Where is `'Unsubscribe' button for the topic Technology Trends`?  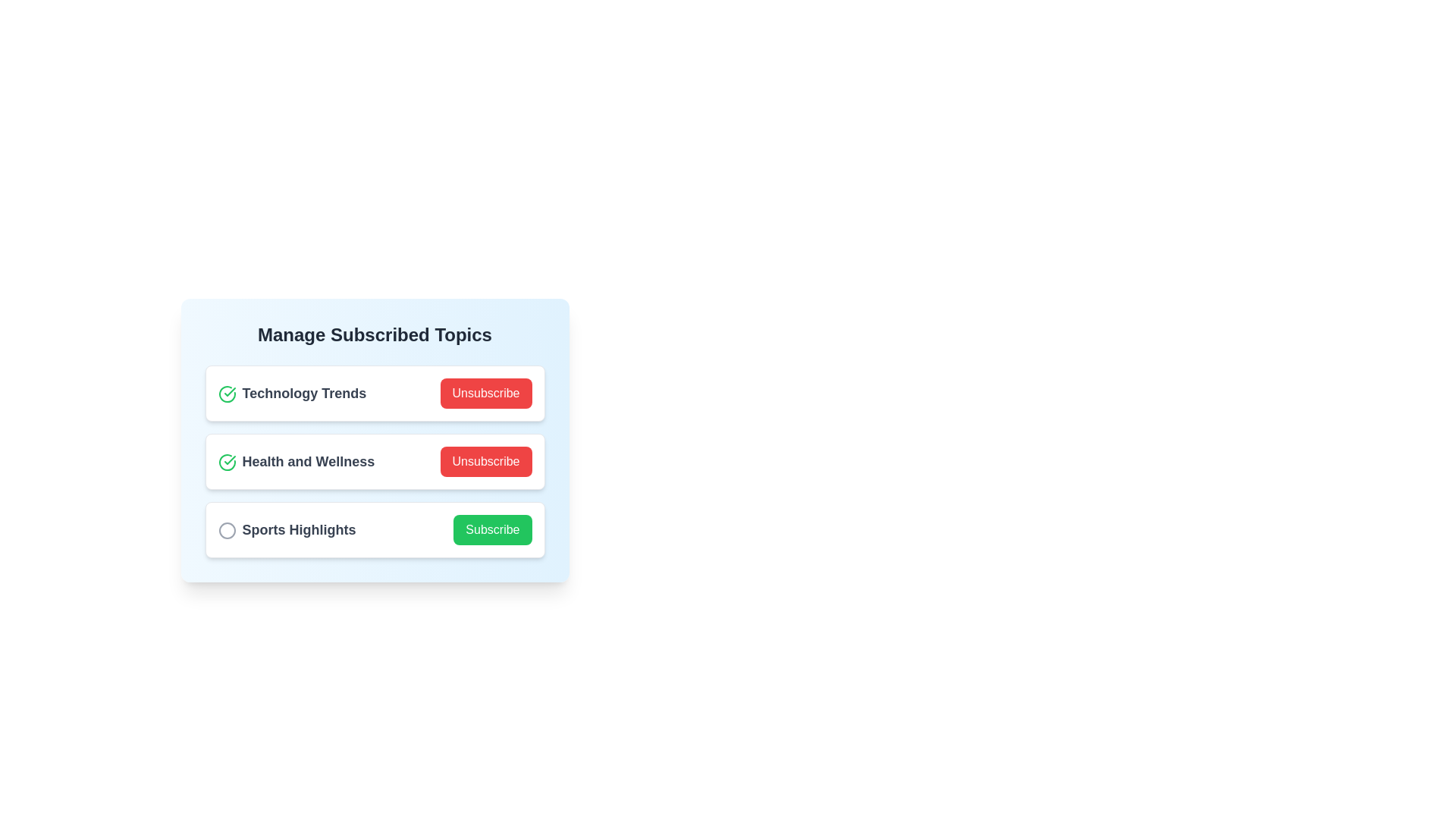 'Unsubscribe' button for the topic Technology Trends is located at coordinates (486, 393).